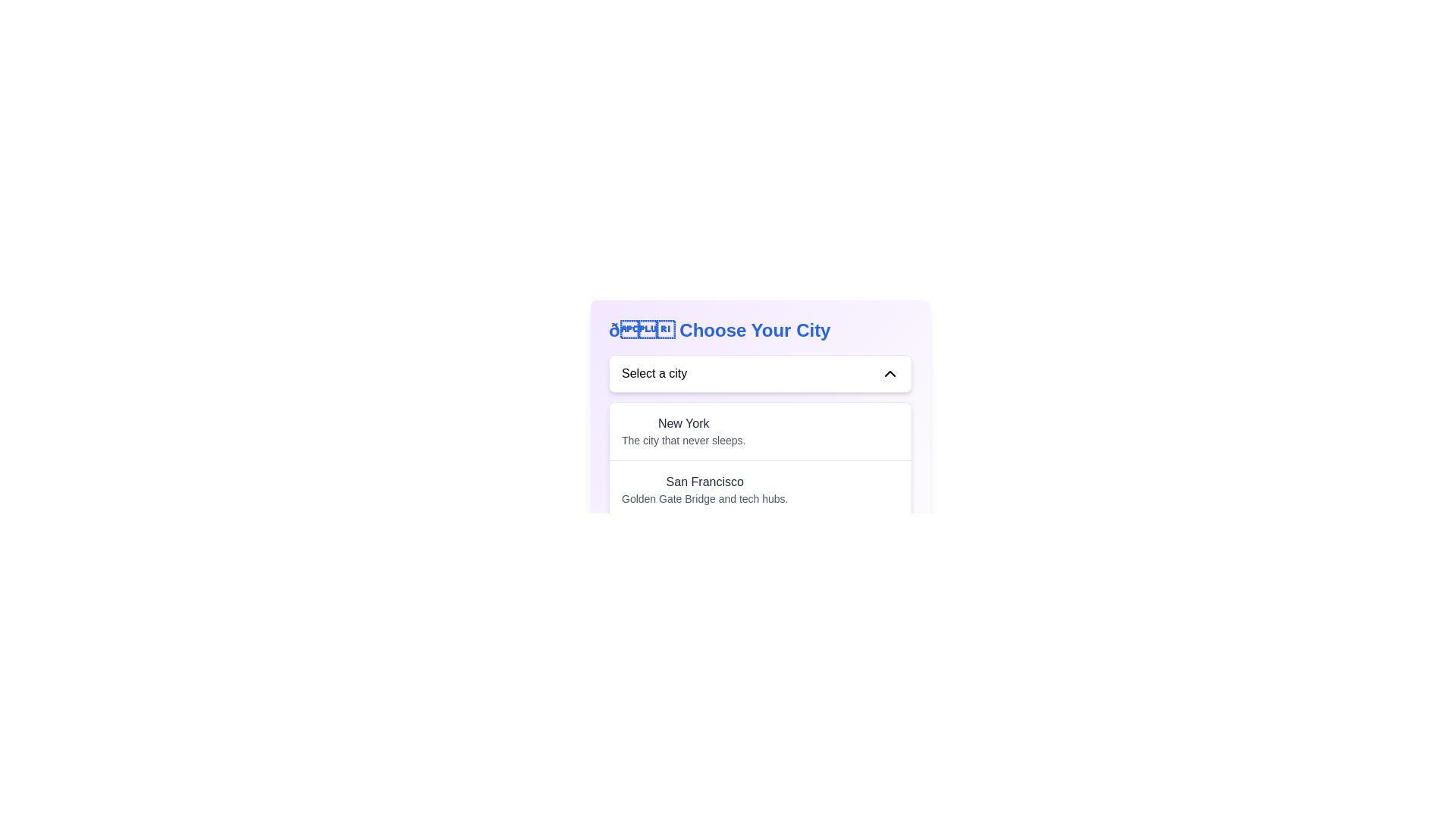 The height and width of the screenshot is (819, 1456). Describe the element at coordinates (654, 374) in the screenshot. I see `the text label displaying 'Select a city'` at that location.